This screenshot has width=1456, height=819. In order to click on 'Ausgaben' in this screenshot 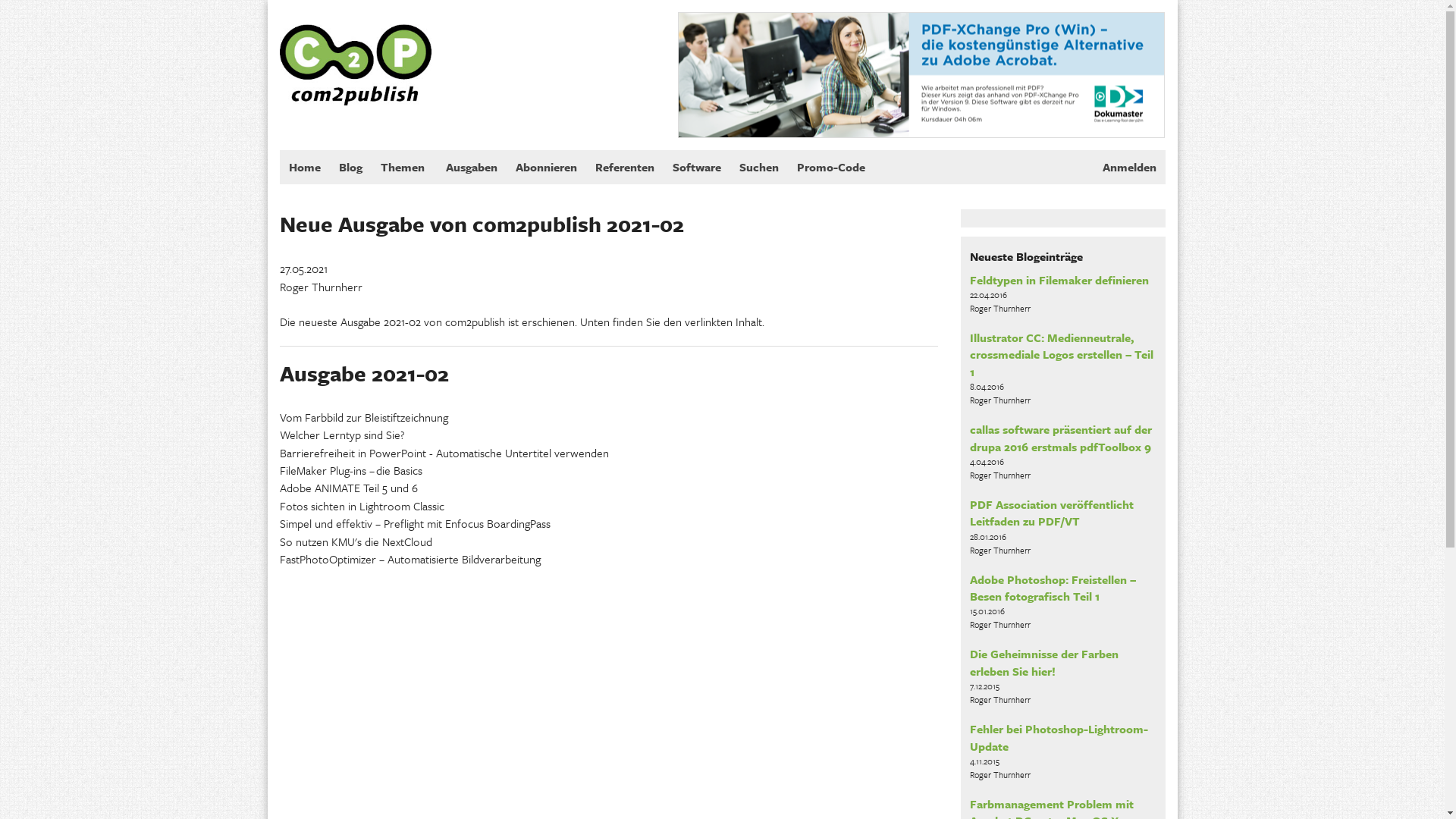, I will do `click(471, 167)`.